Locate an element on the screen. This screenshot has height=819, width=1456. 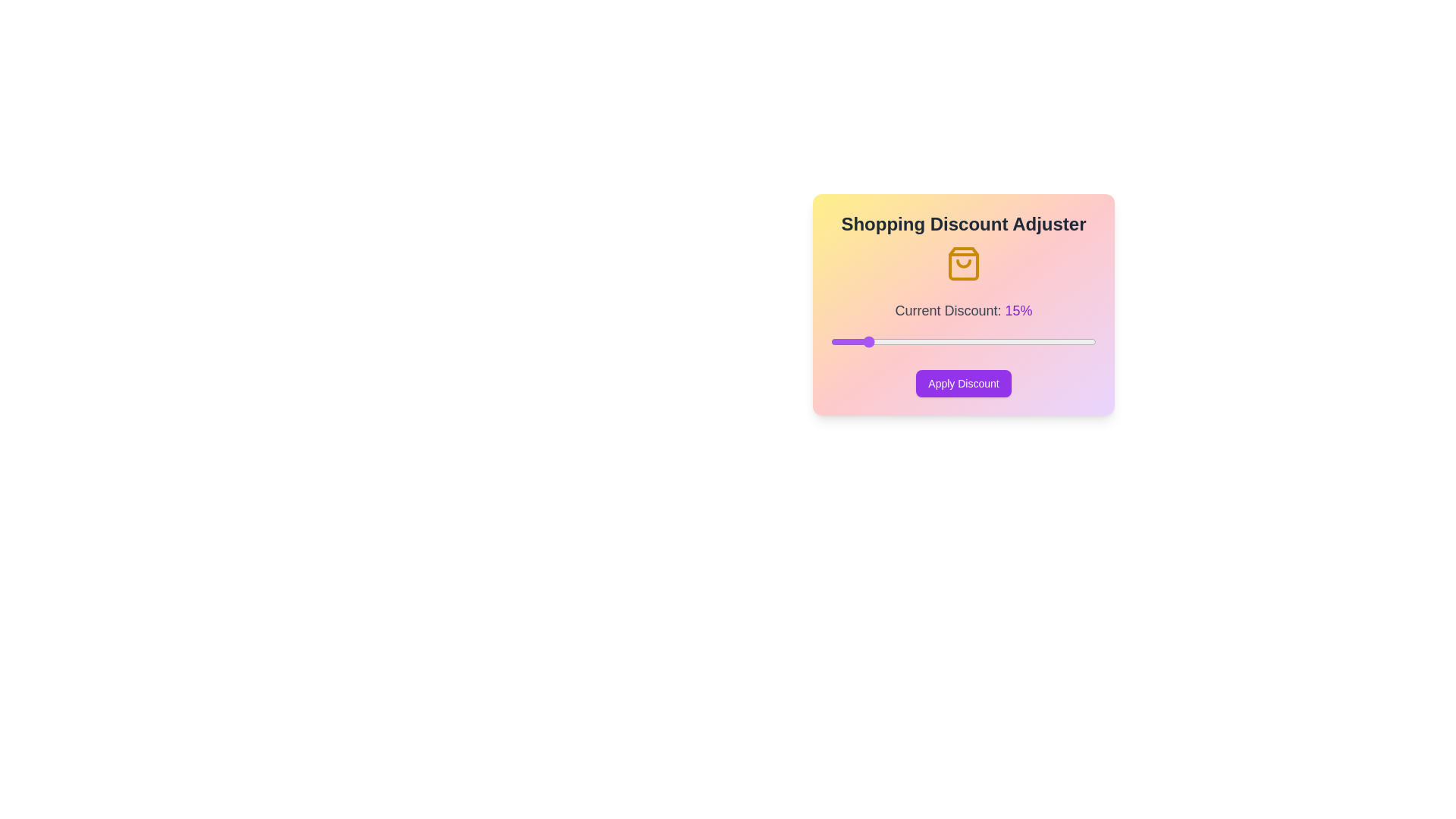
the discount slider to set the discount percentage to 19 is located at coordinates (890, 342).